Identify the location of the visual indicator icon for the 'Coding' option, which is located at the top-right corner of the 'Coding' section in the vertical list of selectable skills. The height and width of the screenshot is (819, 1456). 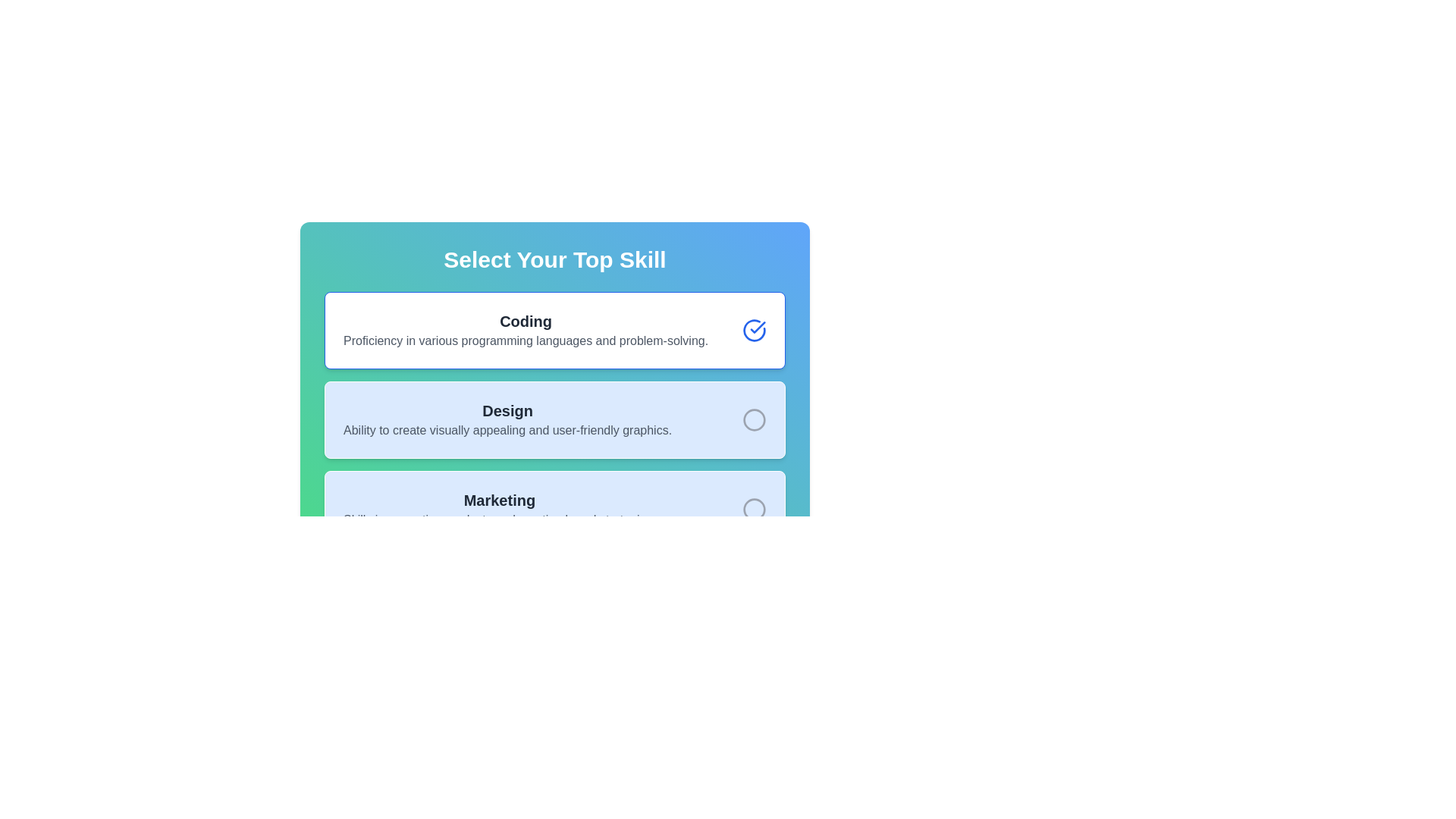
(754, 329).